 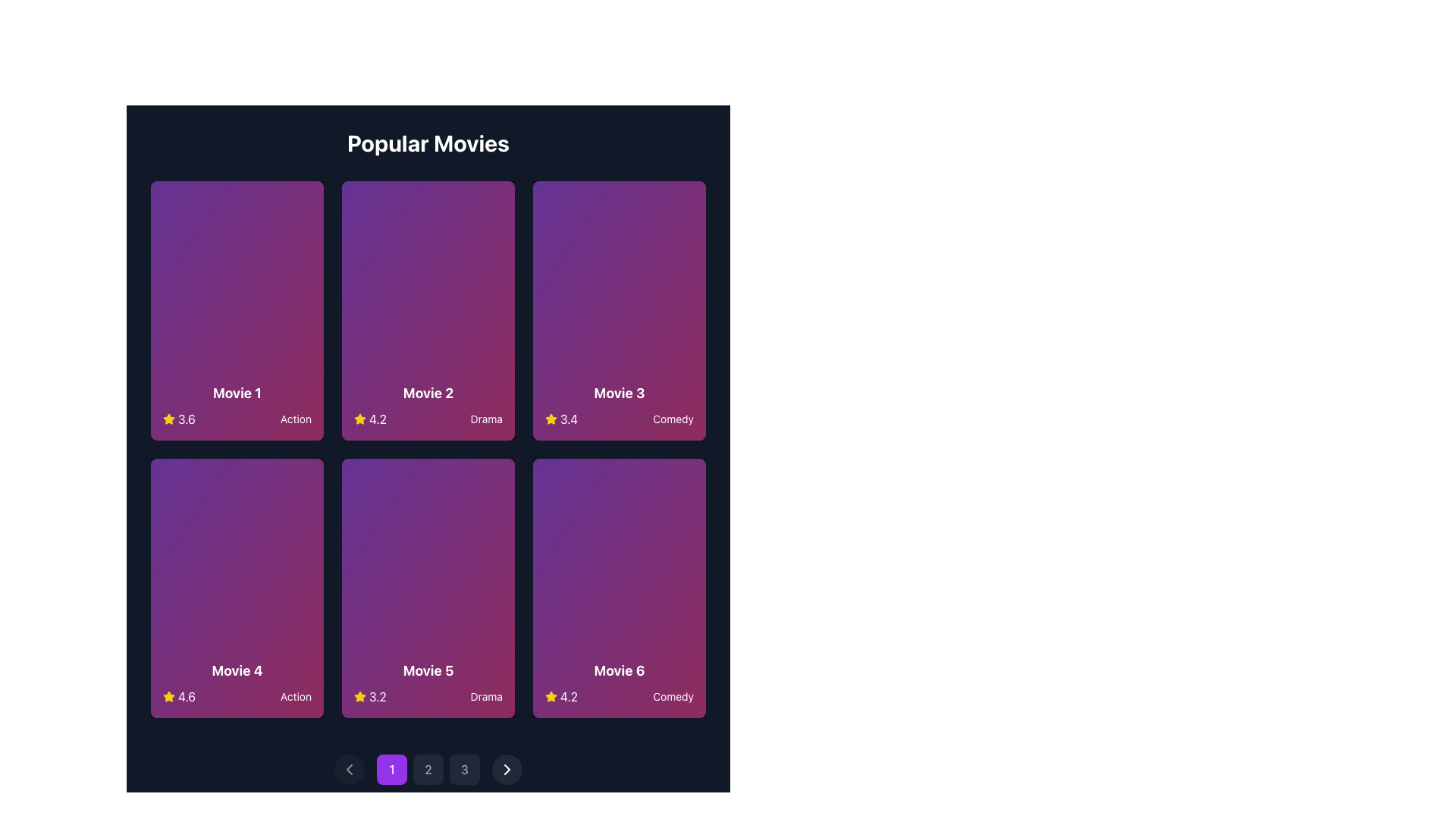 I want to click on the circular button displaying the number '2' in the pagination control, so click(x=428, y=769).